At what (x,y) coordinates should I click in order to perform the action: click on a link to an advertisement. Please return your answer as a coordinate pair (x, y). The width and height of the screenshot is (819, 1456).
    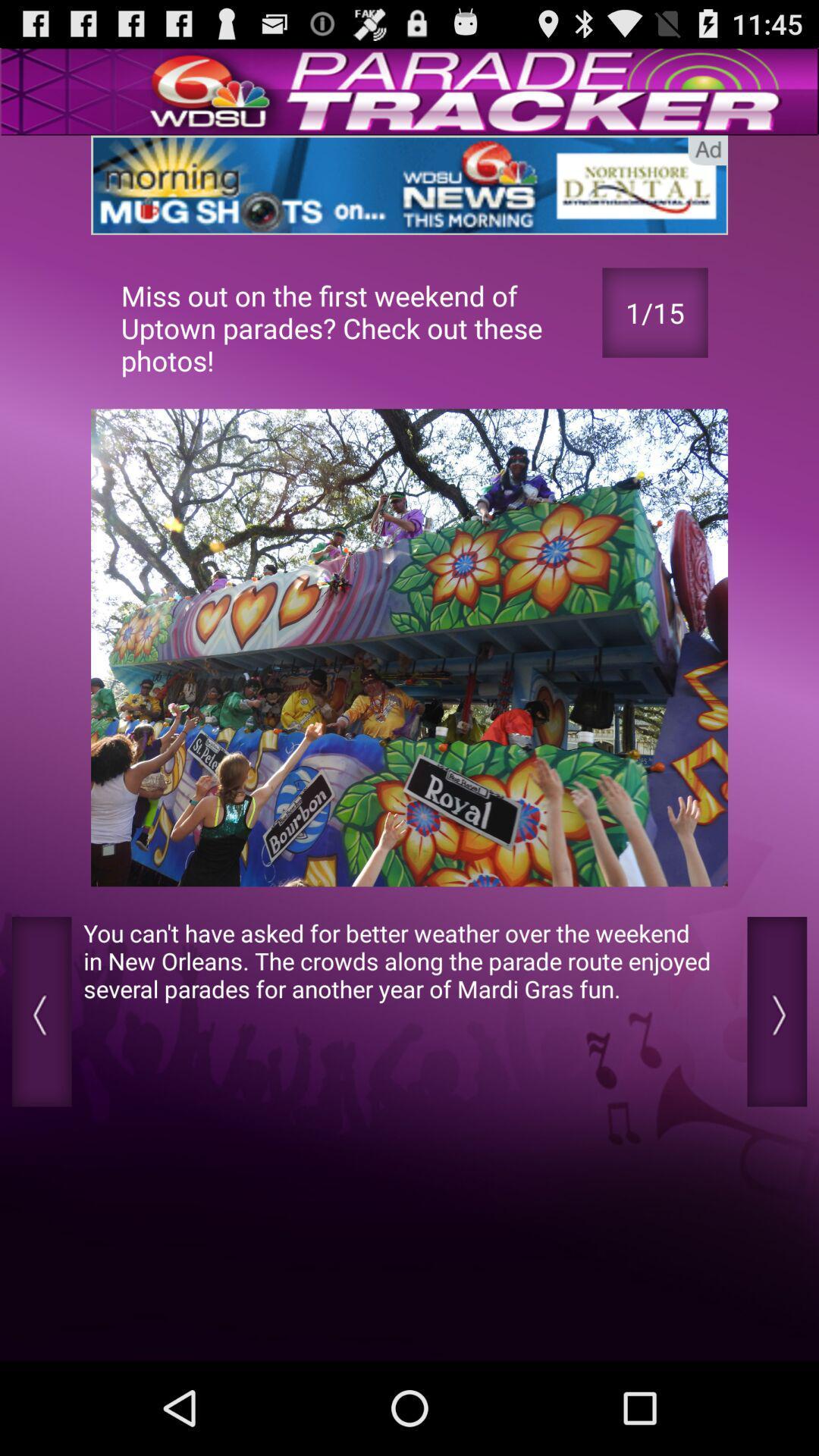
    Looking at the image, I should click on (409, 184).